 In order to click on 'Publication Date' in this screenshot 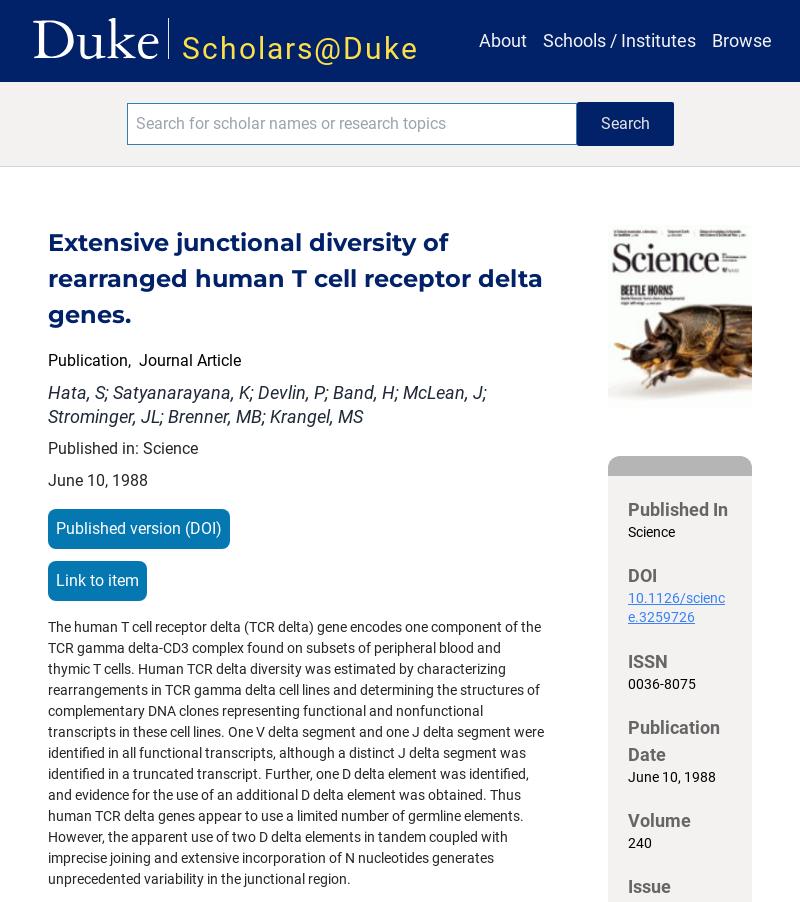, I will do `click(674, 740)`.